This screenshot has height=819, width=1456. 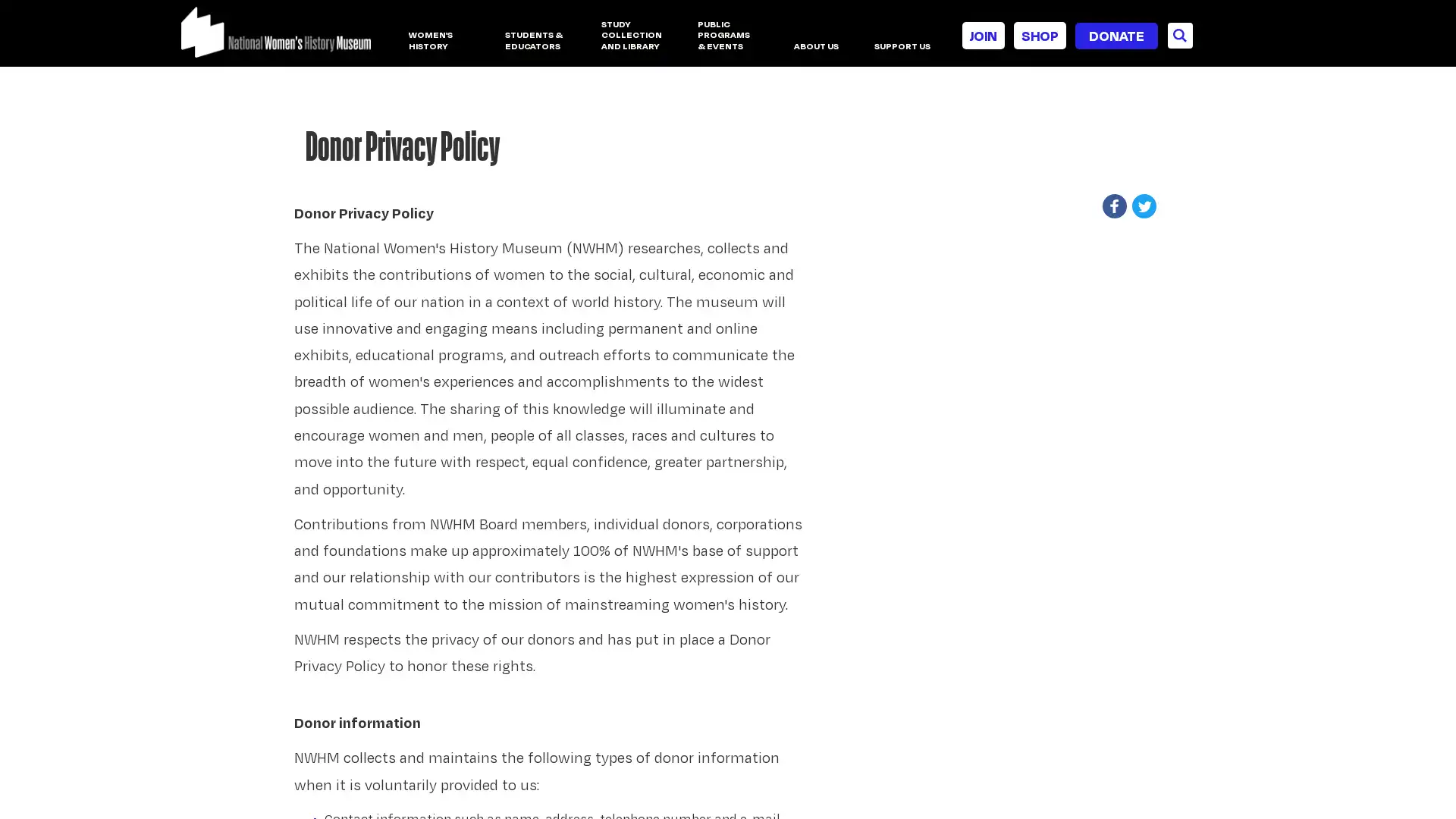 I want to click on Share to Facebook, so click(x=1119, y=206).